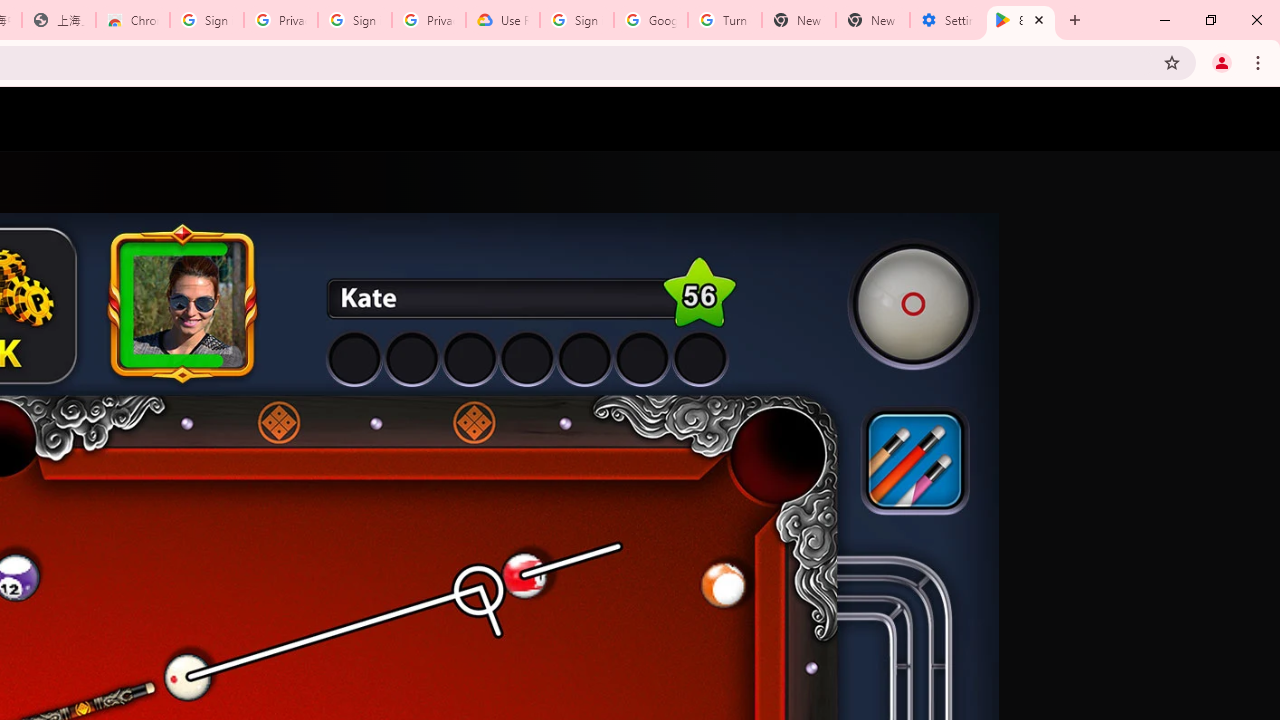 This screenshot has width=1280, height=720. What do you see at coordinates (1021, 20) in the screenshot?
I see `'8 Ball Pool - Apps on Google Play'` at bounding box center [1021, 20].